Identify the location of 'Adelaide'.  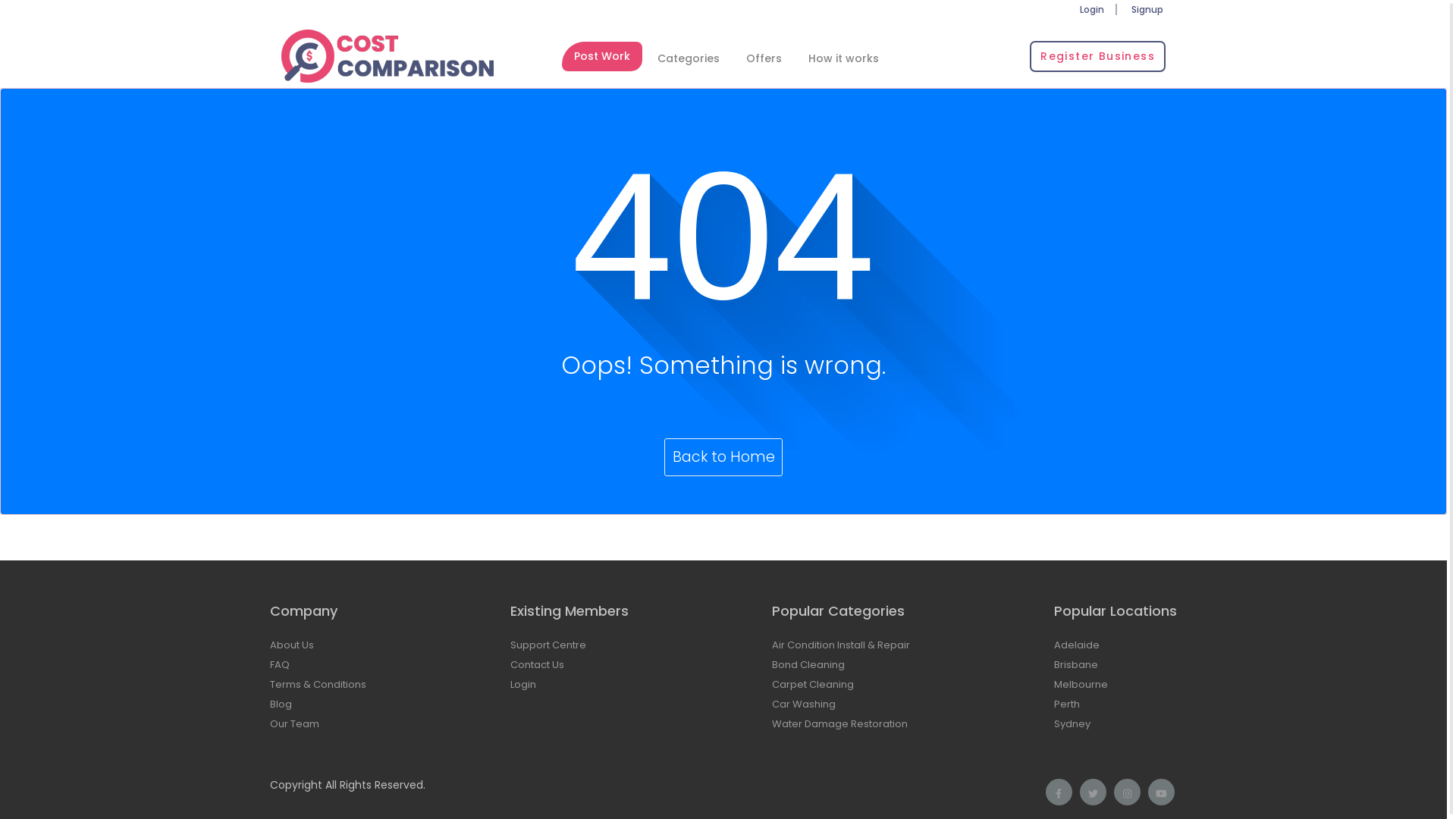
(1076, 645).